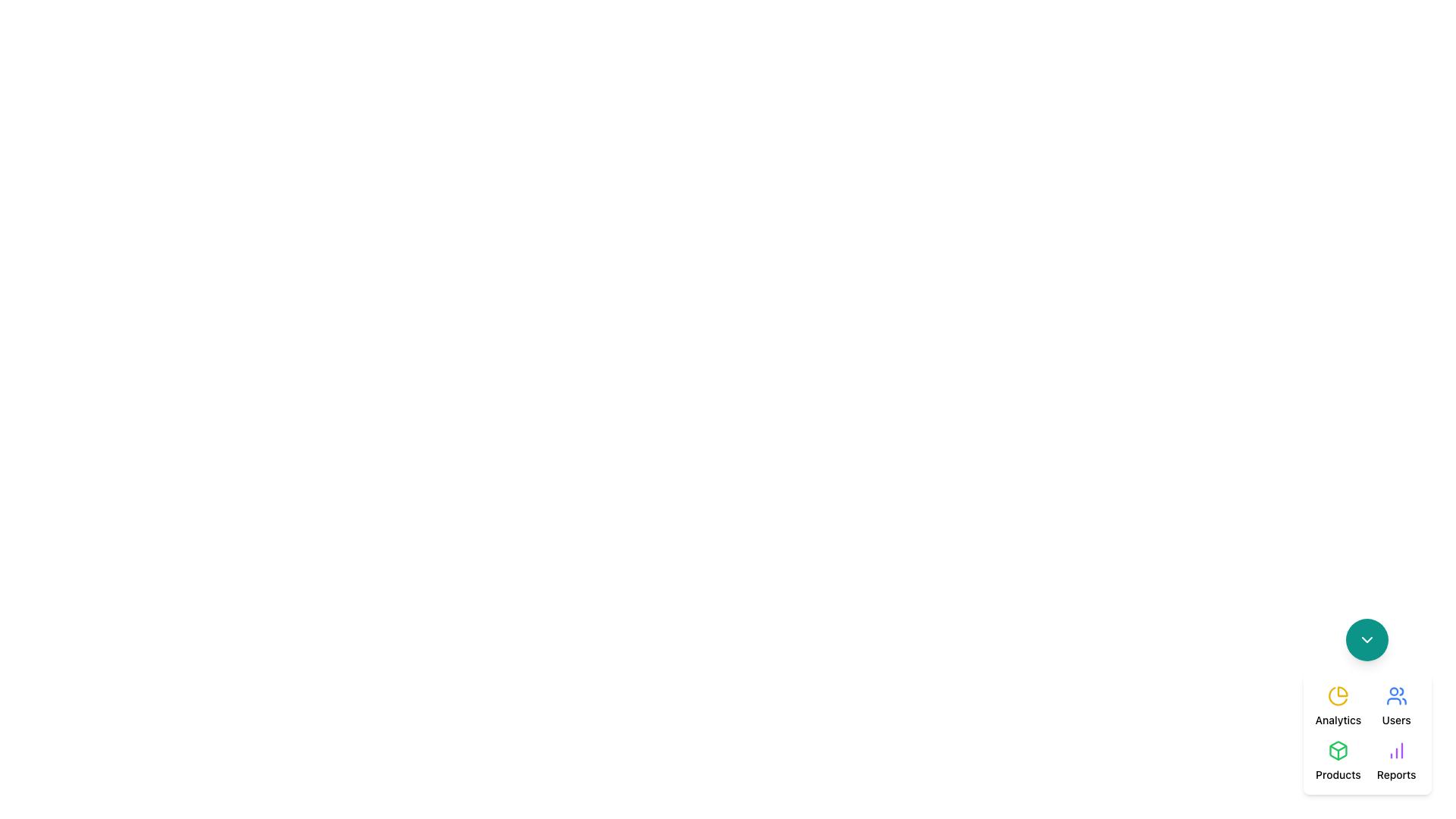  Describe the element at coordinates (1395, 719) in the screenshot. I see `the static label displaying the text 'Users', which is located below a group of people icon in the vertical menu at the bottom-right corner of the interface` at that location.